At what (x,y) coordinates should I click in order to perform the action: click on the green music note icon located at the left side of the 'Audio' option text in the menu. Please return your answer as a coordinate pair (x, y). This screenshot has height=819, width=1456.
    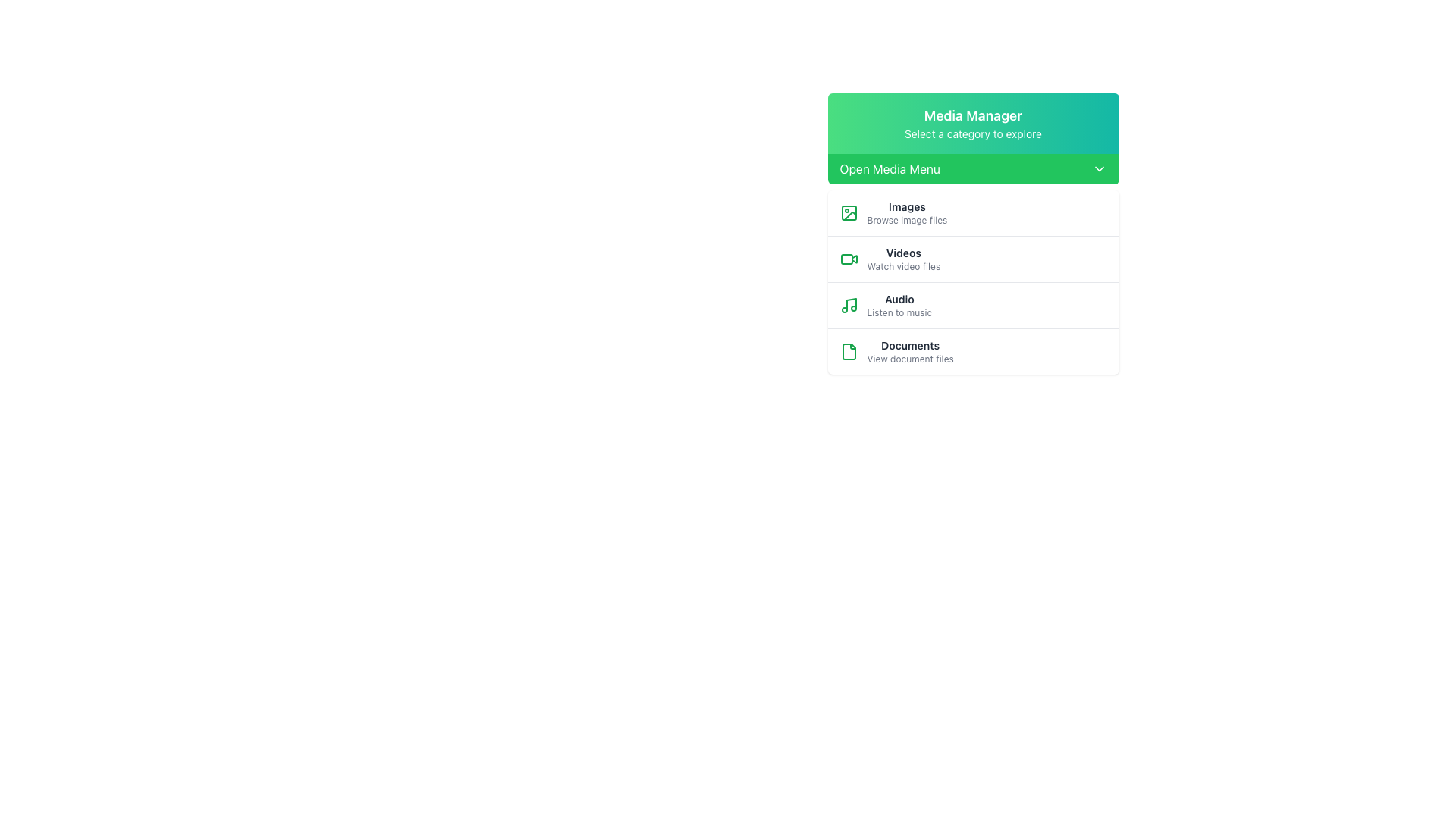
    Looking at the image, I should click on (848, 305).